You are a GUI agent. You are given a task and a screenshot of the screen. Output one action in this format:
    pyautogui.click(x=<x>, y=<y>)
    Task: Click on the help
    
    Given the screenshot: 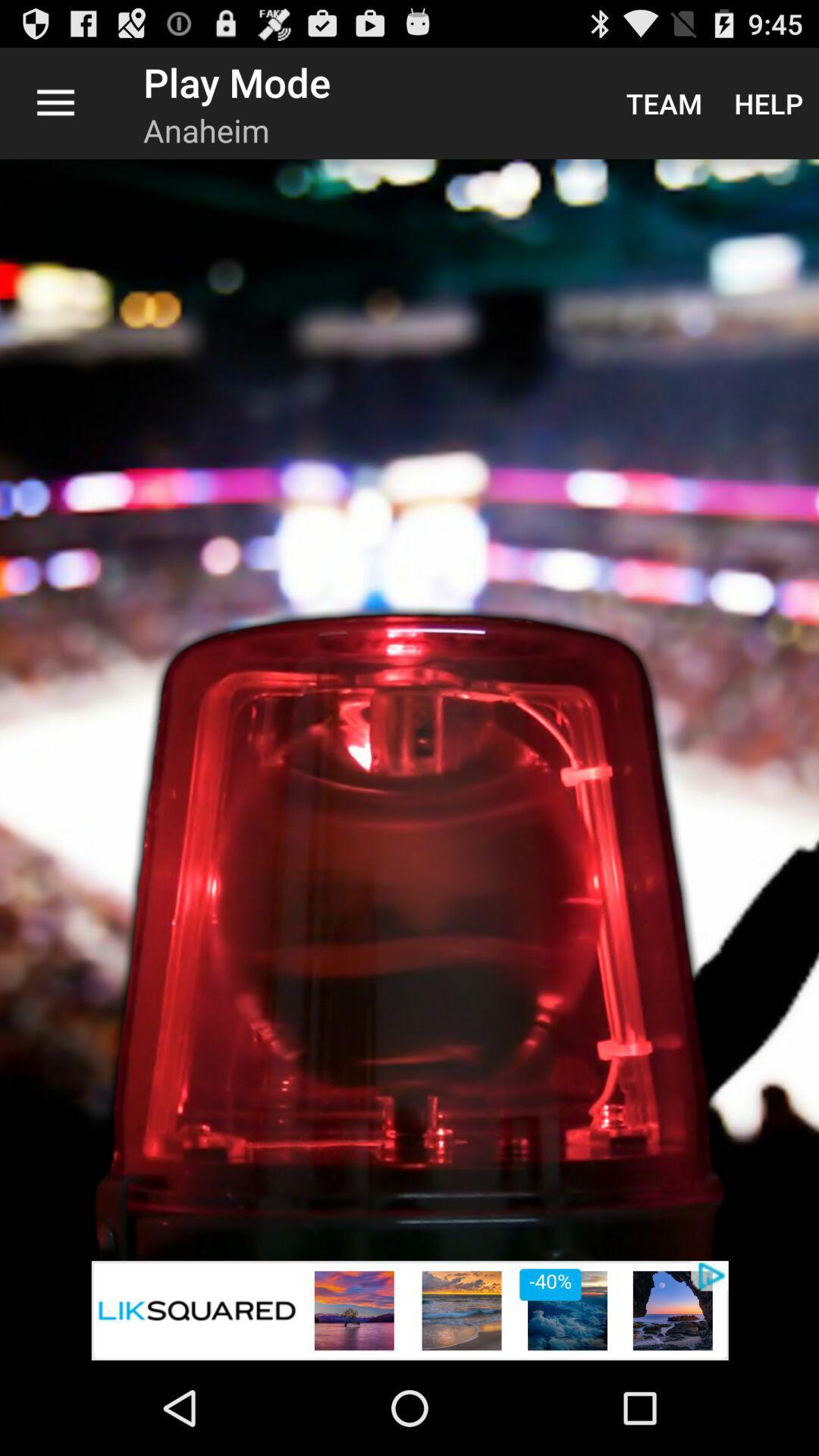 What is the action you would take?
    pyautogui.click(x=768, y=102)
    